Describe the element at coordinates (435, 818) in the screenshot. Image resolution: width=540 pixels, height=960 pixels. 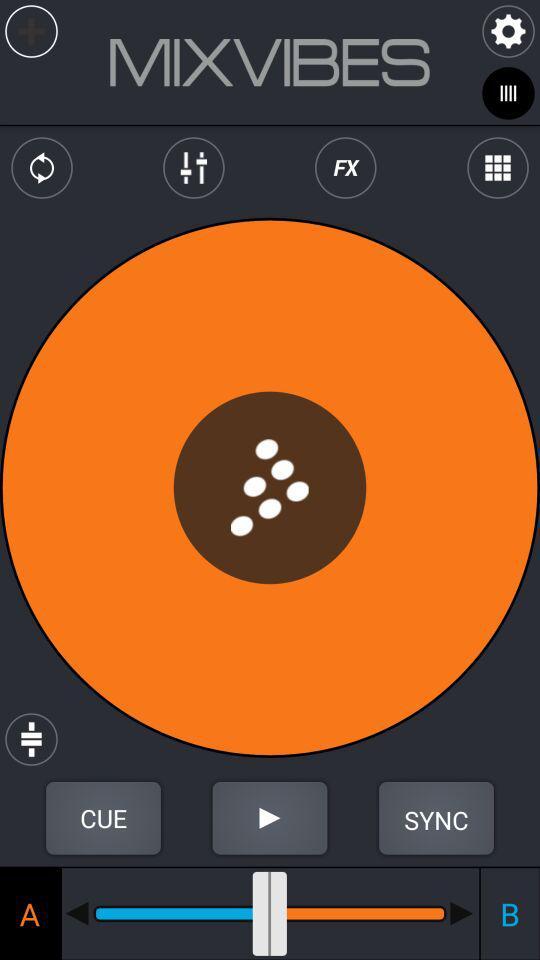
I see `icon above the b icon` at that location.